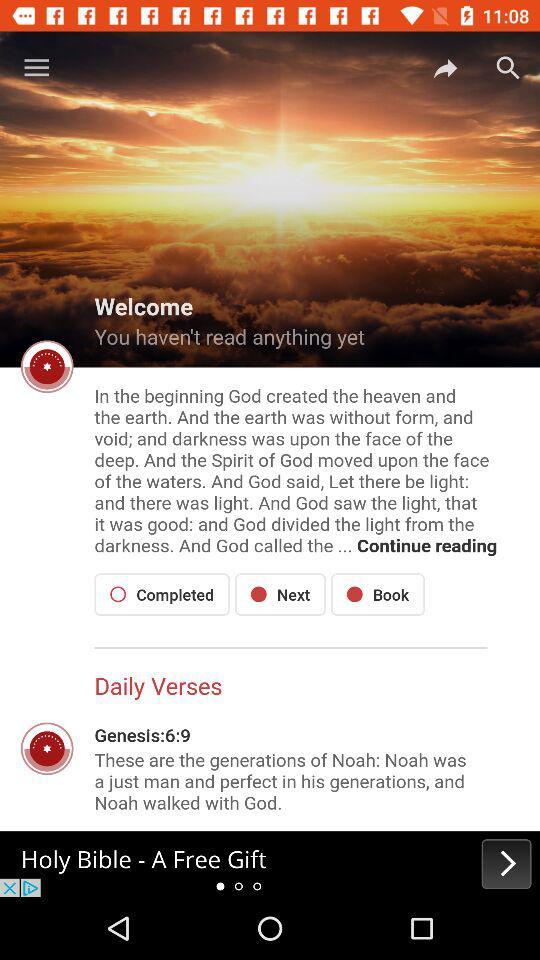  I want to click on open advertisement, so click(270, 863).